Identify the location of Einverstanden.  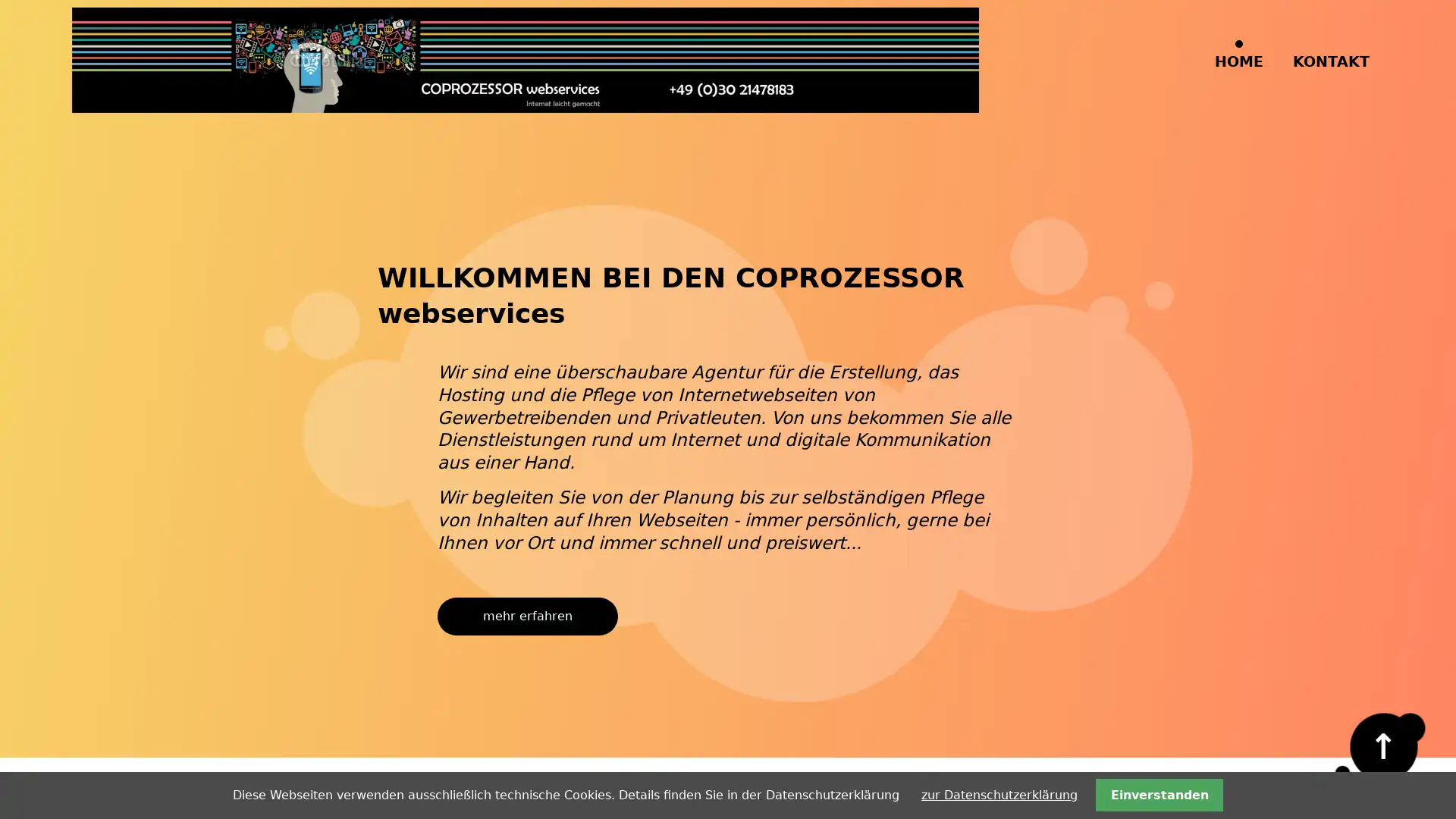
(1158, 794).